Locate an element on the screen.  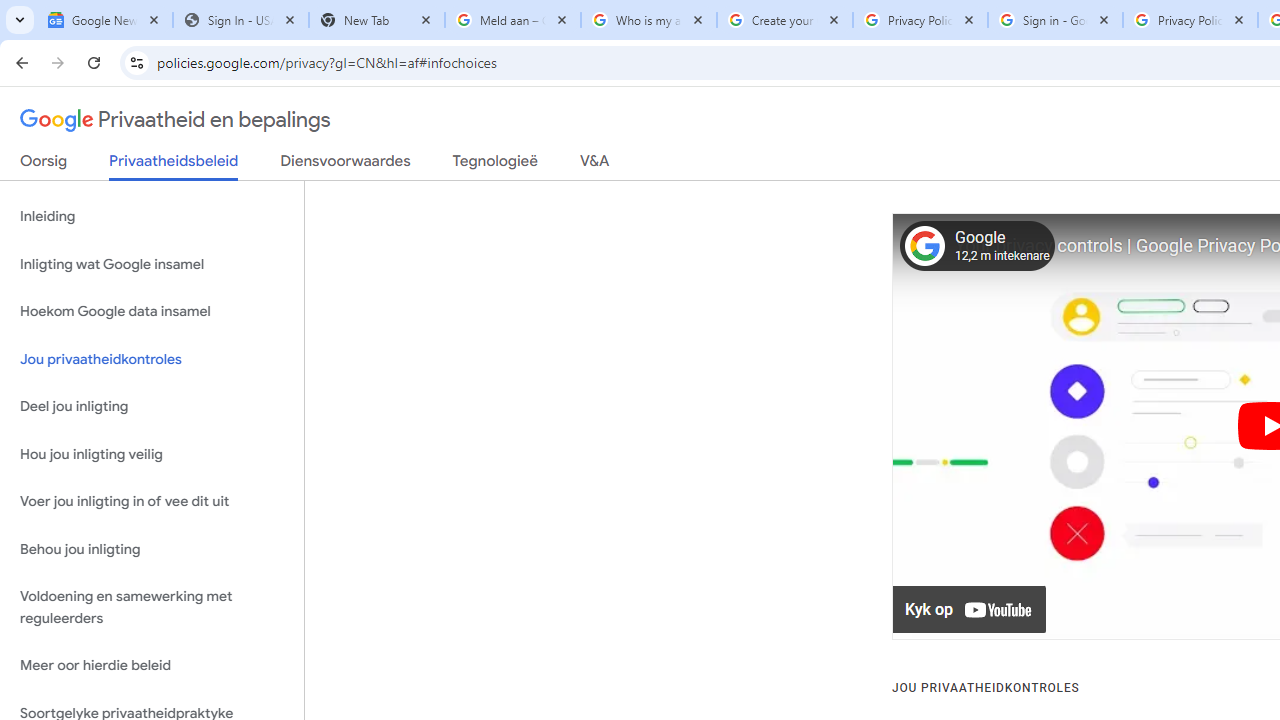
'Voldoening en samewerking met reguleerders' is located at coordinates (151, 607).